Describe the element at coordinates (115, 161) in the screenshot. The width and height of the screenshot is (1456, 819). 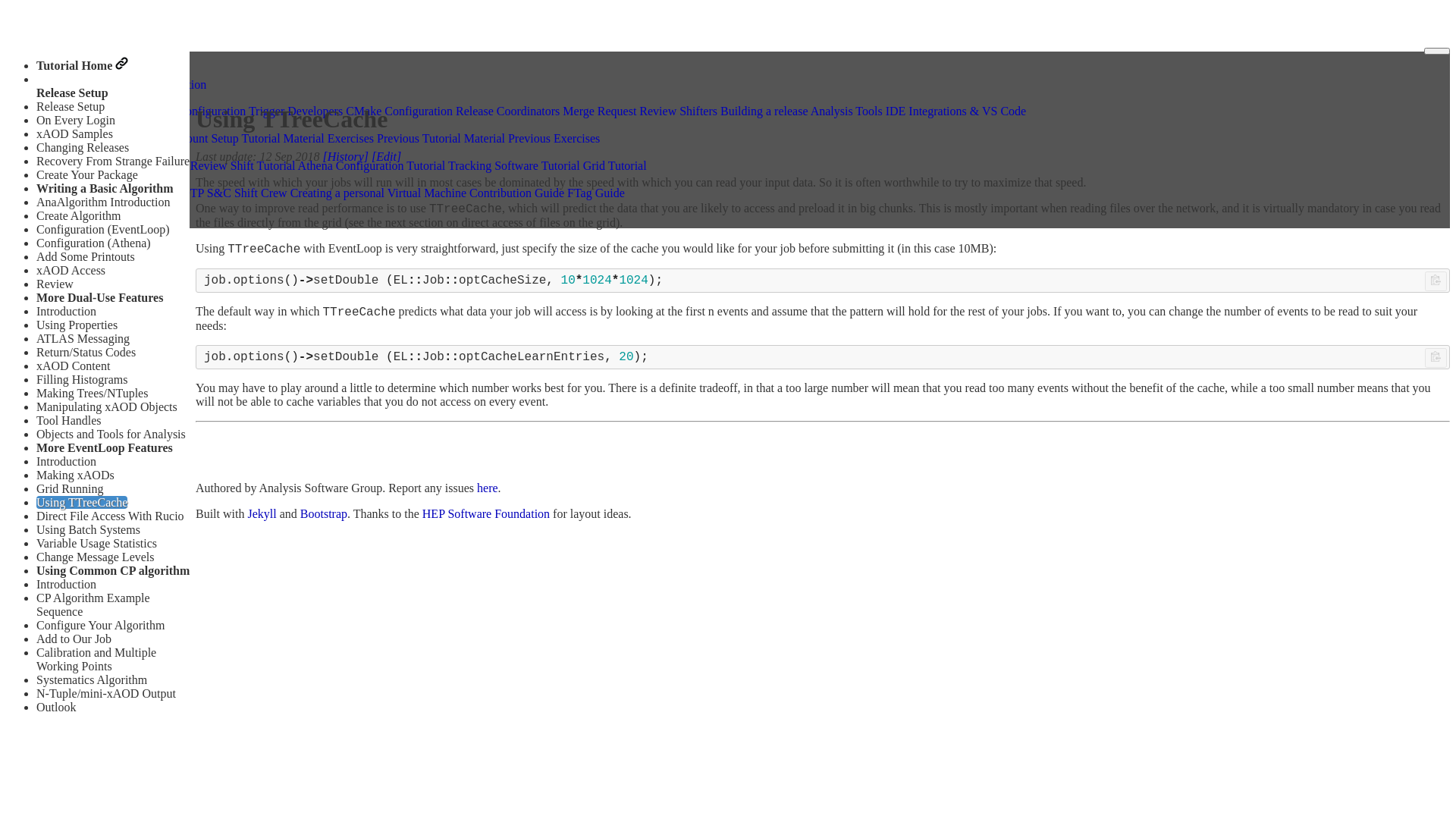
I see `'Recovery From Strange Failures'` at that location.